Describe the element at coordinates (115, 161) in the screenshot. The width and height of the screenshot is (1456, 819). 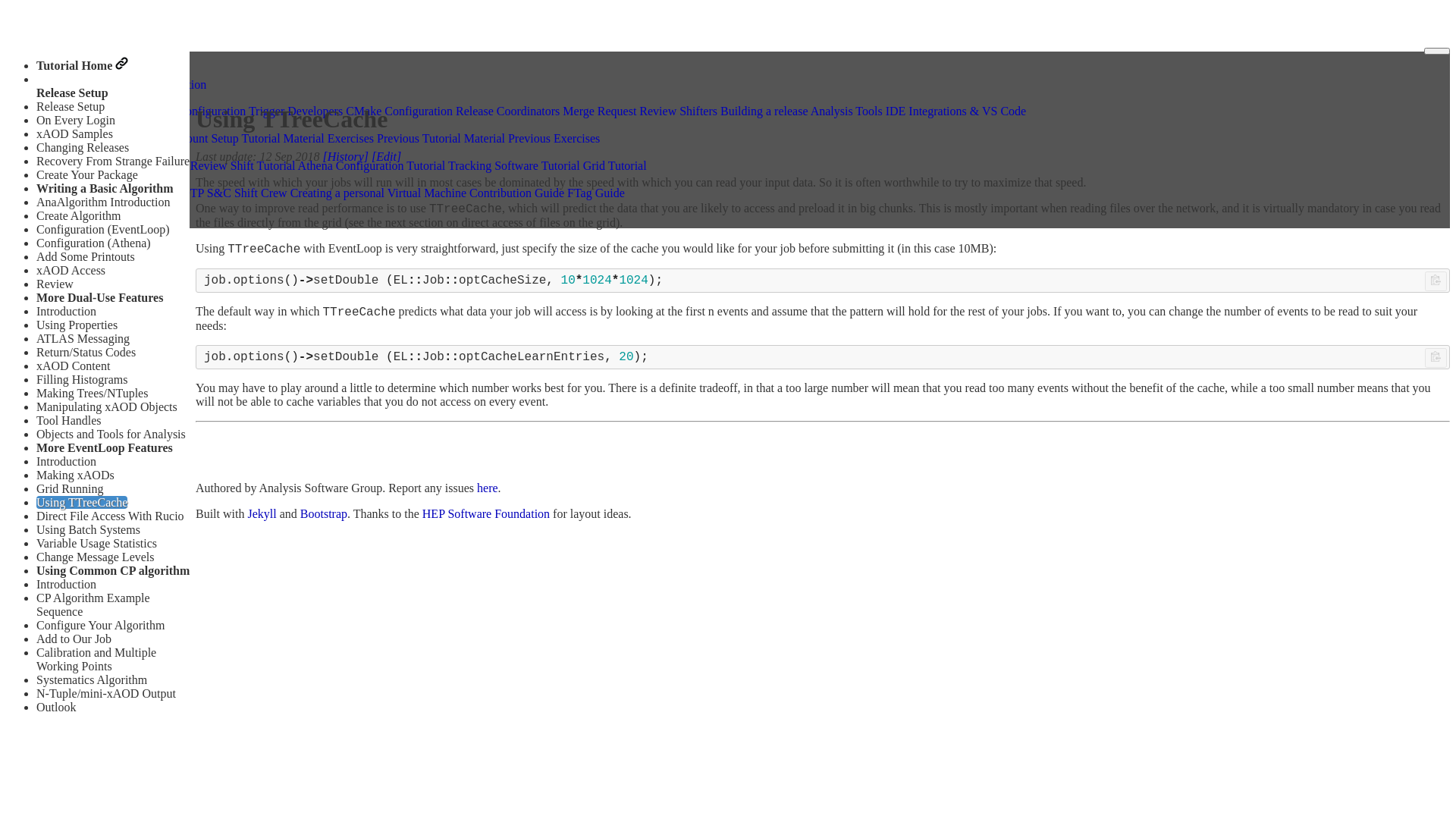
I see `'Recovery From Strange Failures'` at that location.